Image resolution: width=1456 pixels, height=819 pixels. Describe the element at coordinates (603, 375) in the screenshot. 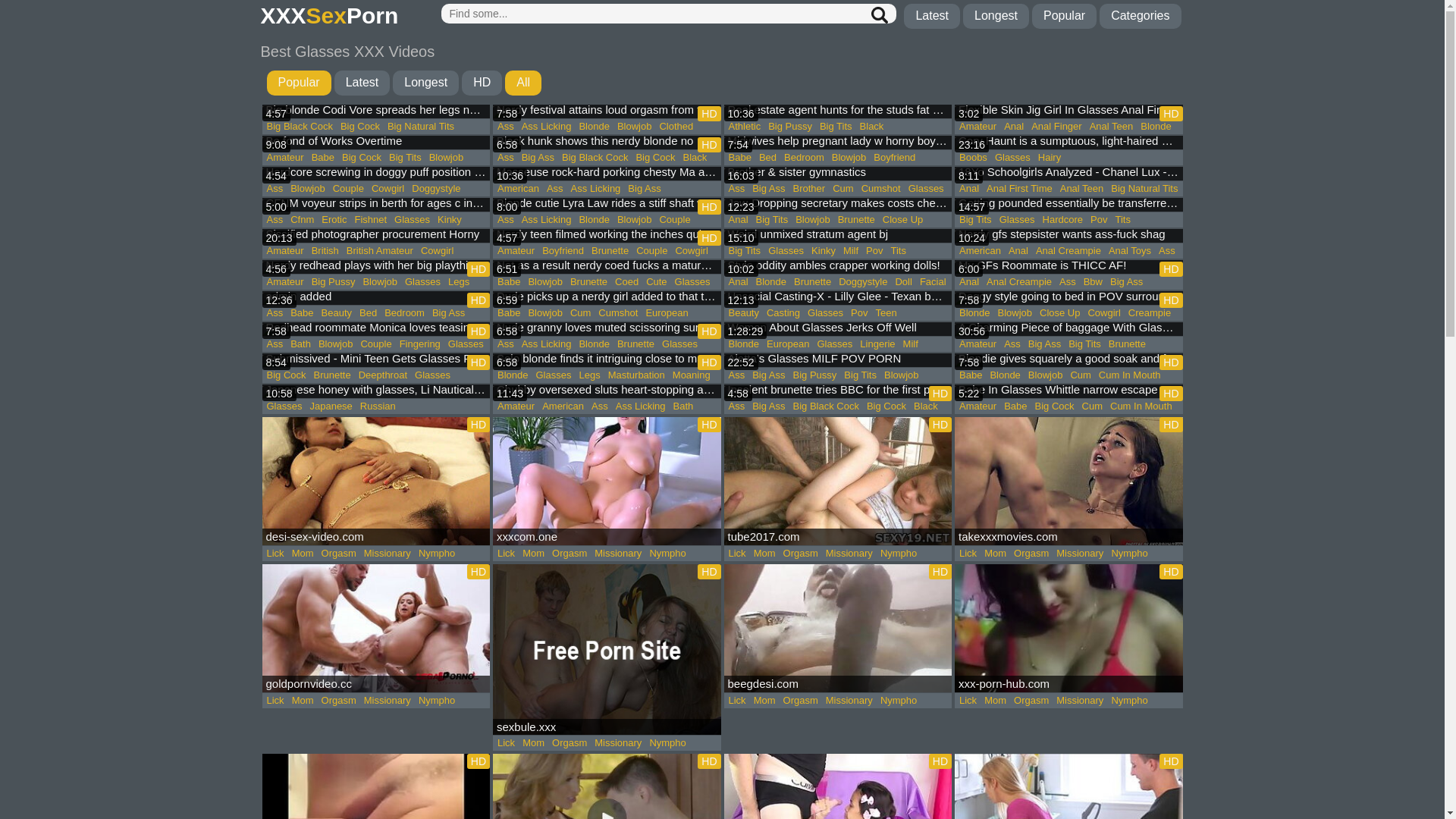

I see `'Masturbation'` at that location.